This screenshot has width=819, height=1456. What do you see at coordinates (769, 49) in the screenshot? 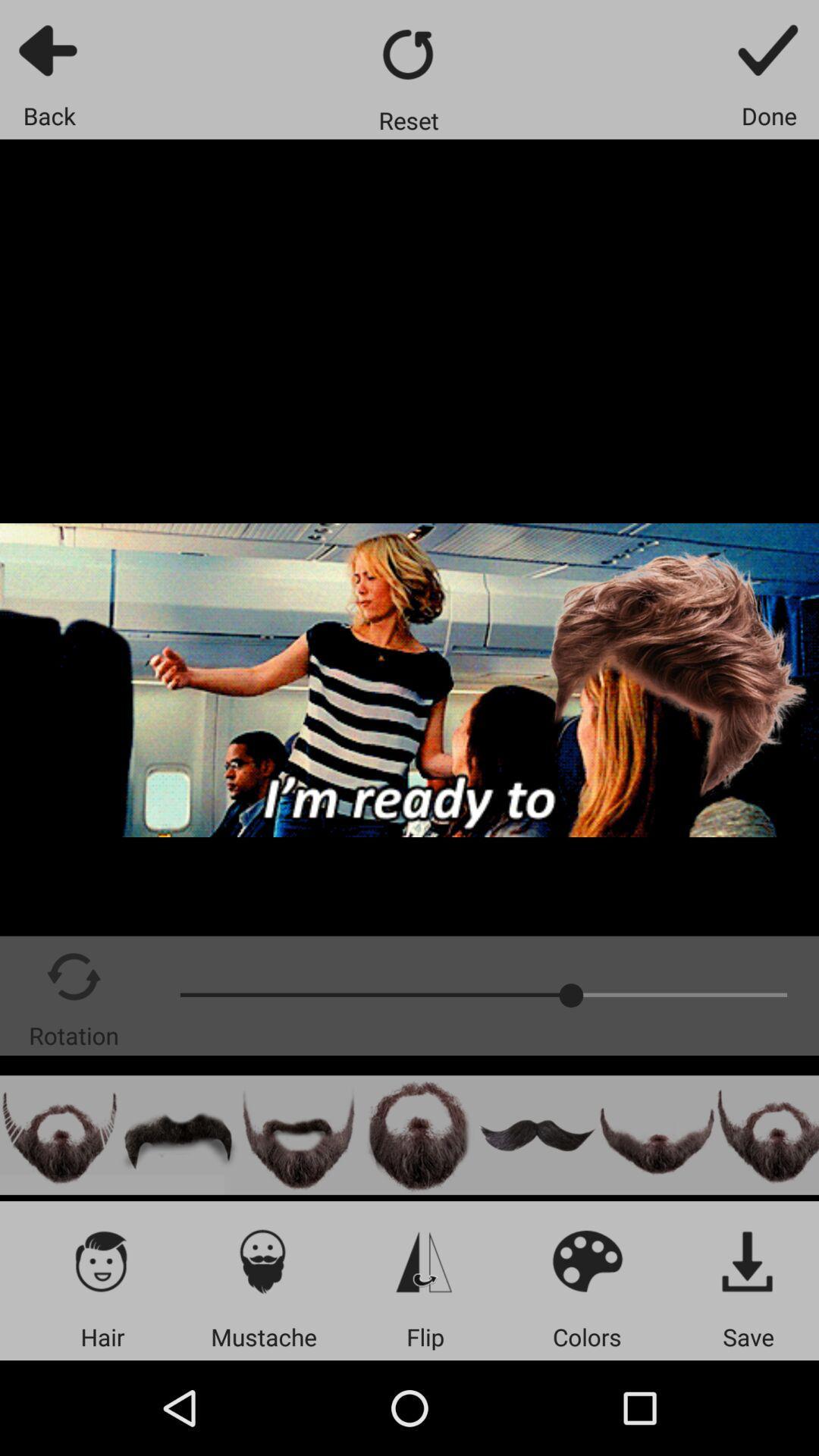
I see `finish editing` at bounding box center [769, 49].